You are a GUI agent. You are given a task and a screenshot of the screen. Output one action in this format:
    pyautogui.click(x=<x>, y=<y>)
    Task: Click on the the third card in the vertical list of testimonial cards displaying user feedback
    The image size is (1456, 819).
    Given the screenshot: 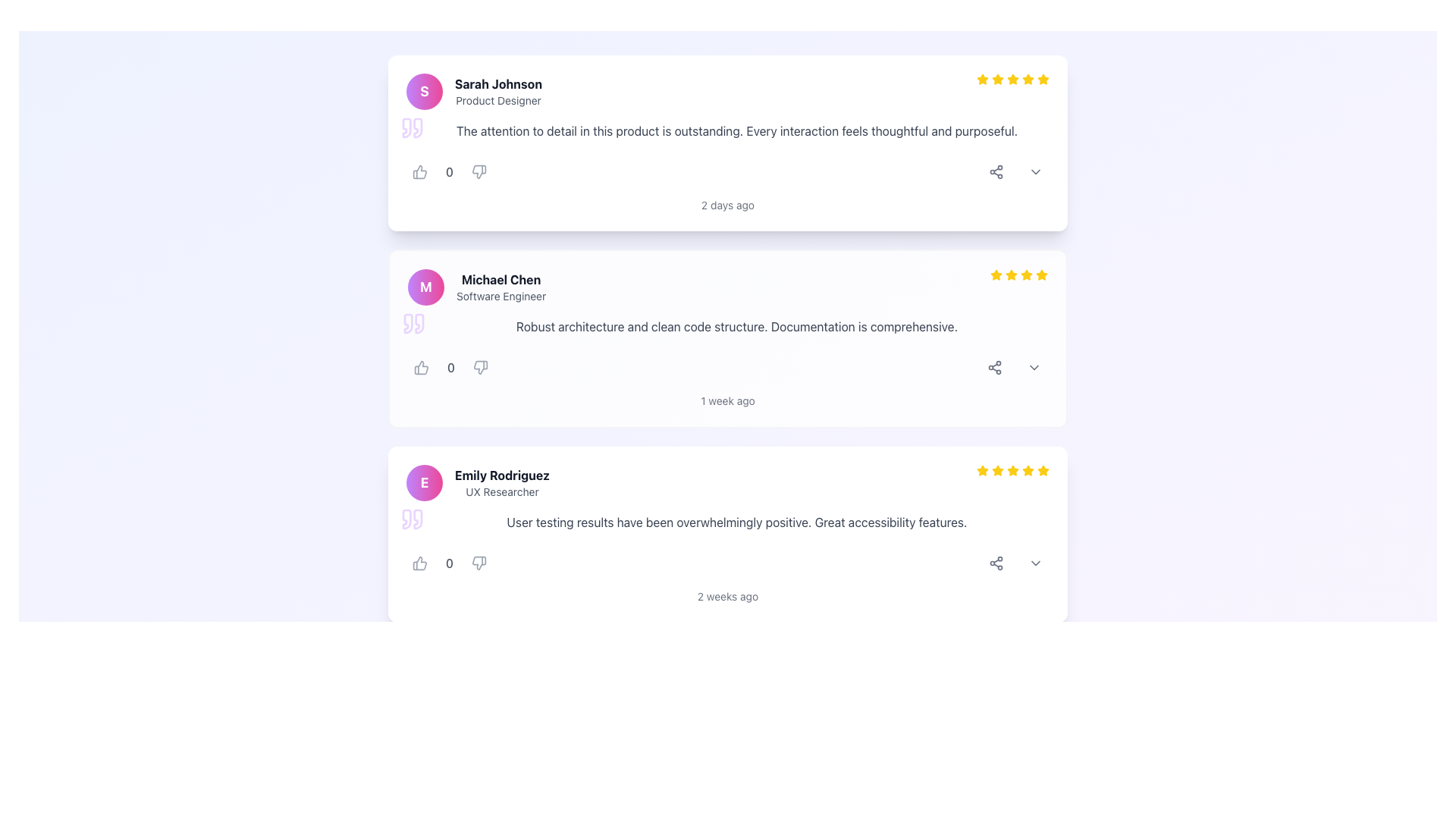 What is the action you would take?
    pyautogui.click(x=728, y=534)
    